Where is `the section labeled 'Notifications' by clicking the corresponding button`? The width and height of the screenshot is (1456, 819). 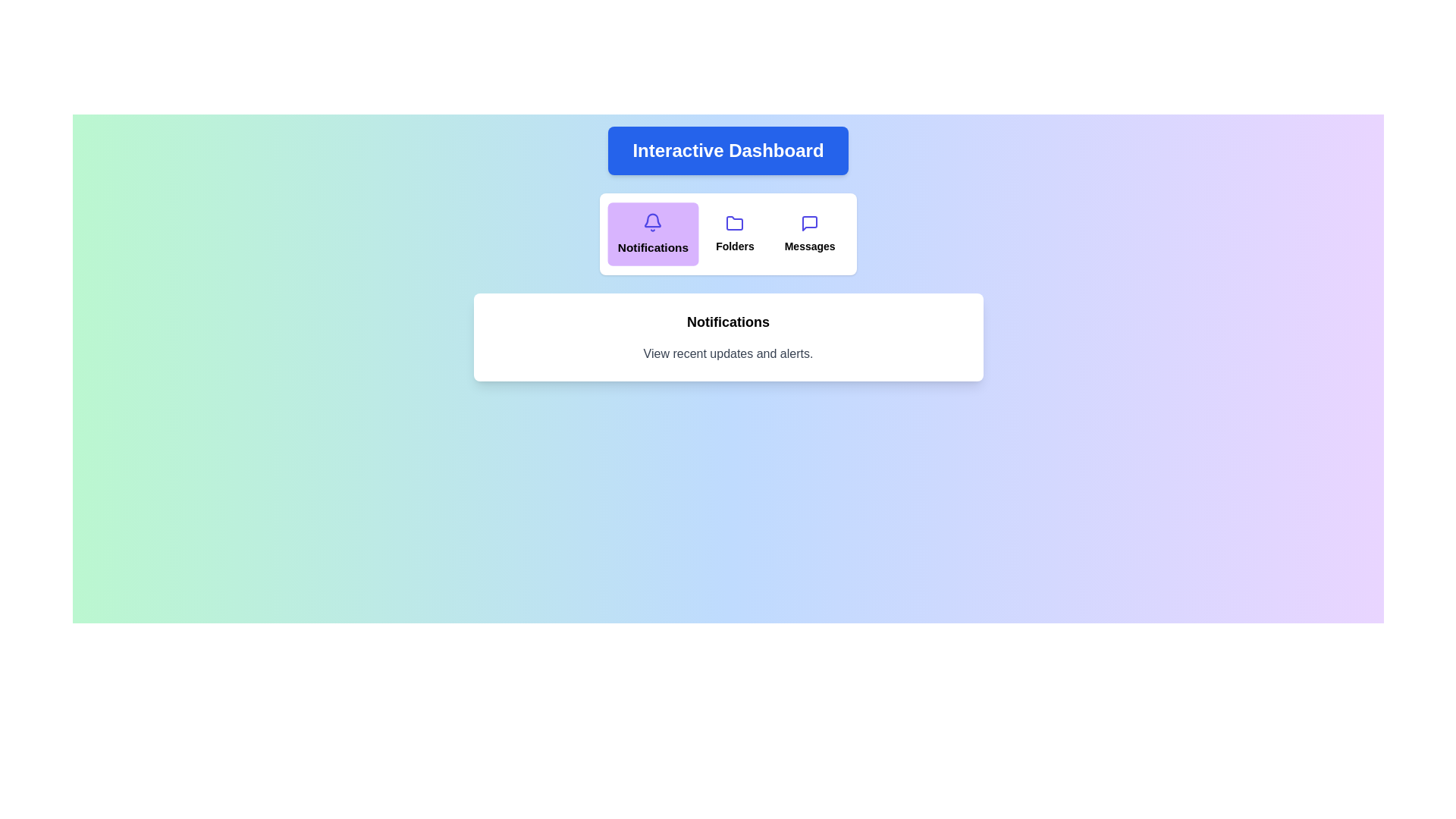 the section labeled 'Notifications' by clicking the corresponding button is located at coordinates (653, 234).